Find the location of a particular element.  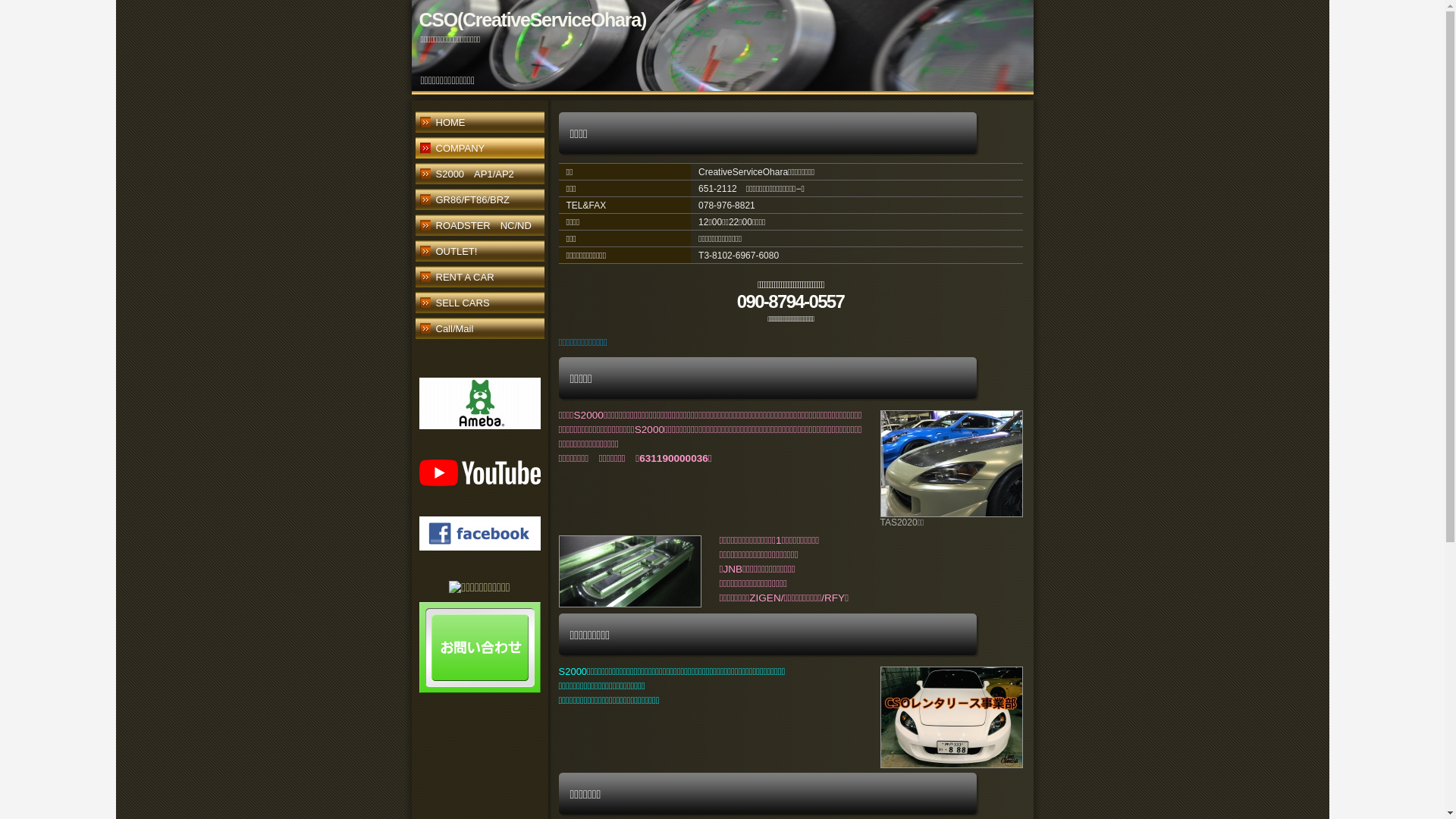

'OUTLET!' is located at coordinates (479, 253).